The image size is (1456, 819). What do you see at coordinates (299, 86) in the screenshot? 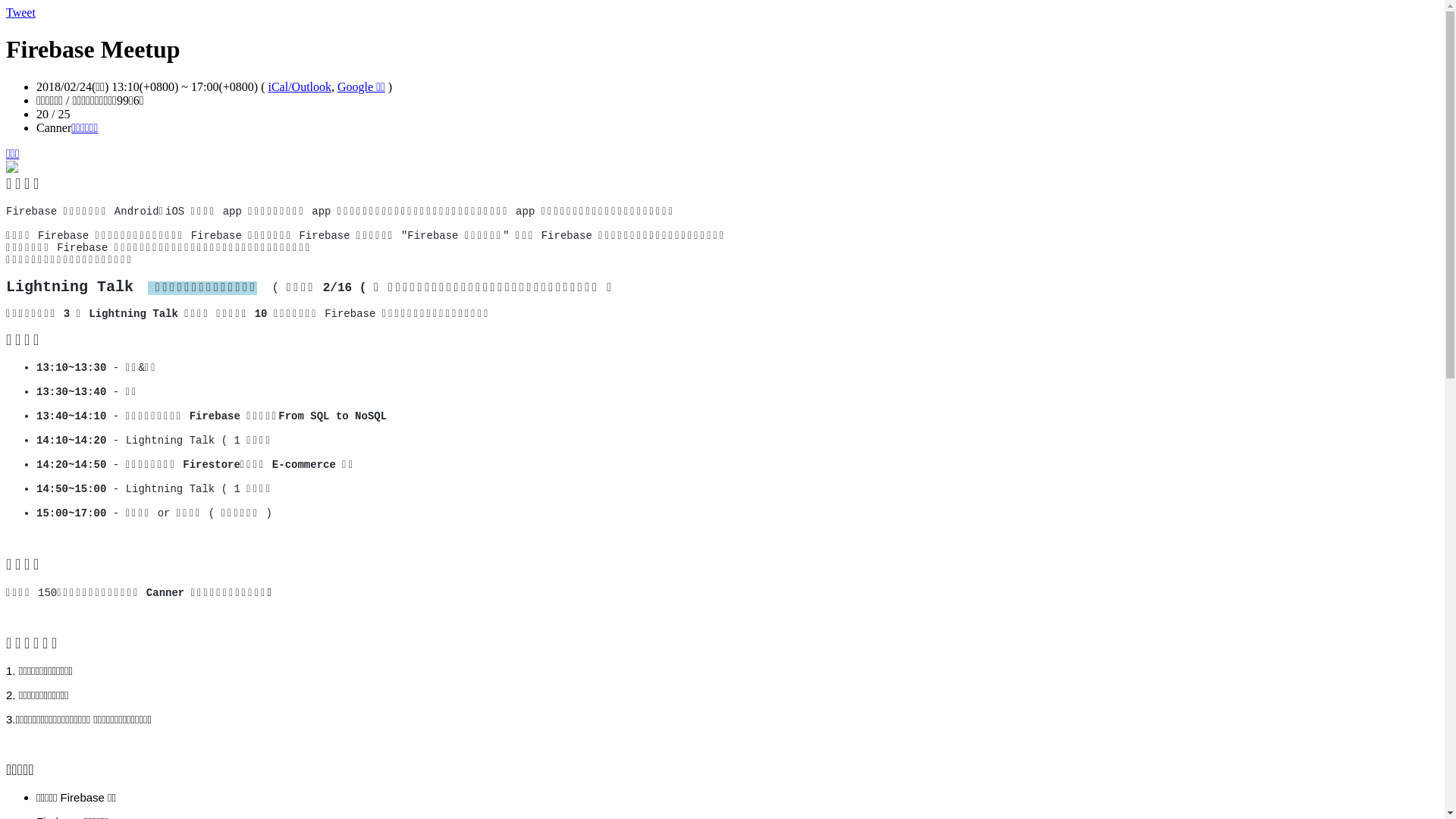
I see `'iCal/Outlook'` at bounding box center [299, 86].